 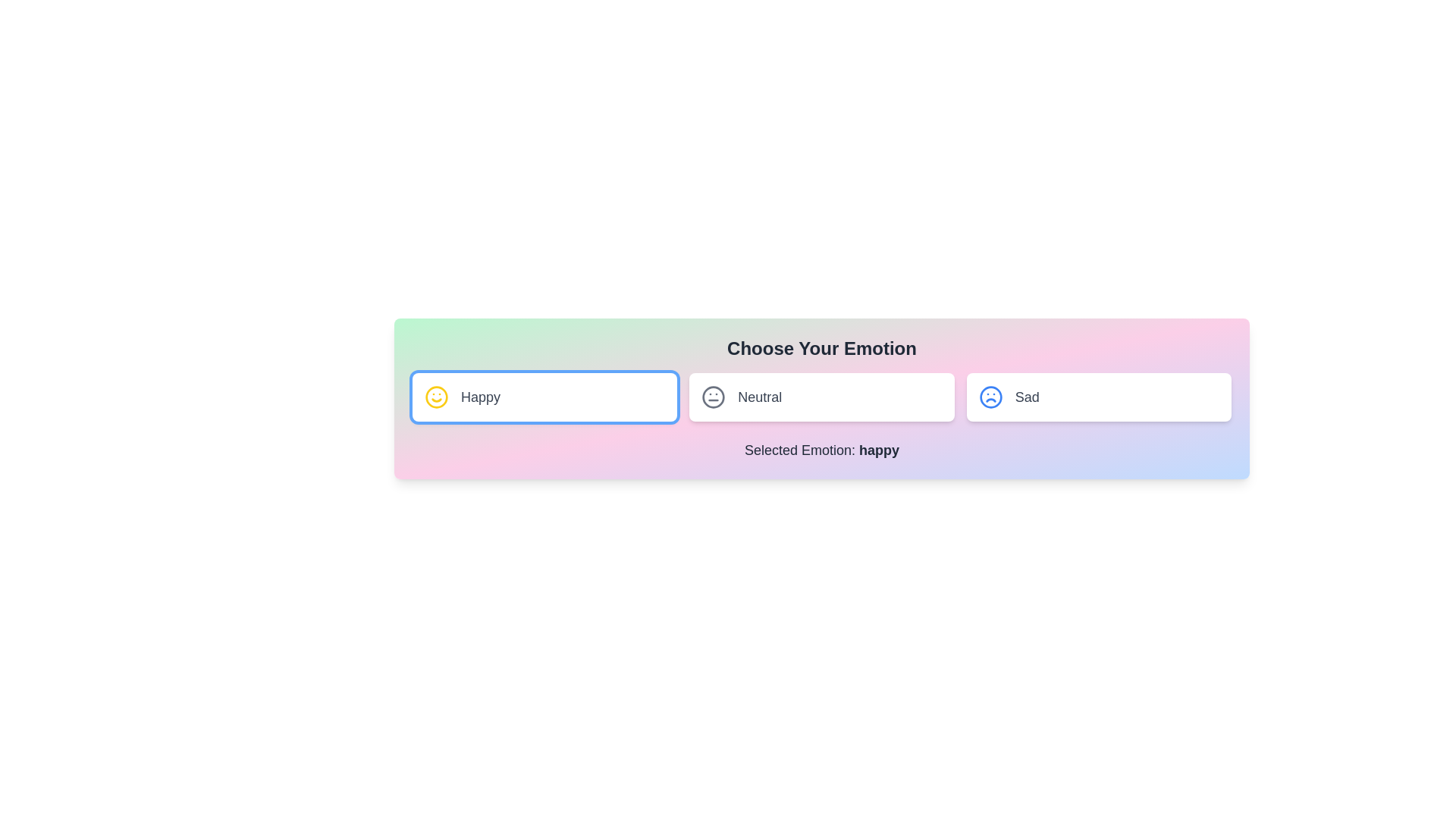 I want to click on the 'Neutral' emotion text label, which is located to the right of the neutral face emoji icon and is the second option among three horizontal emotion choices, so click(x=760, y=397).